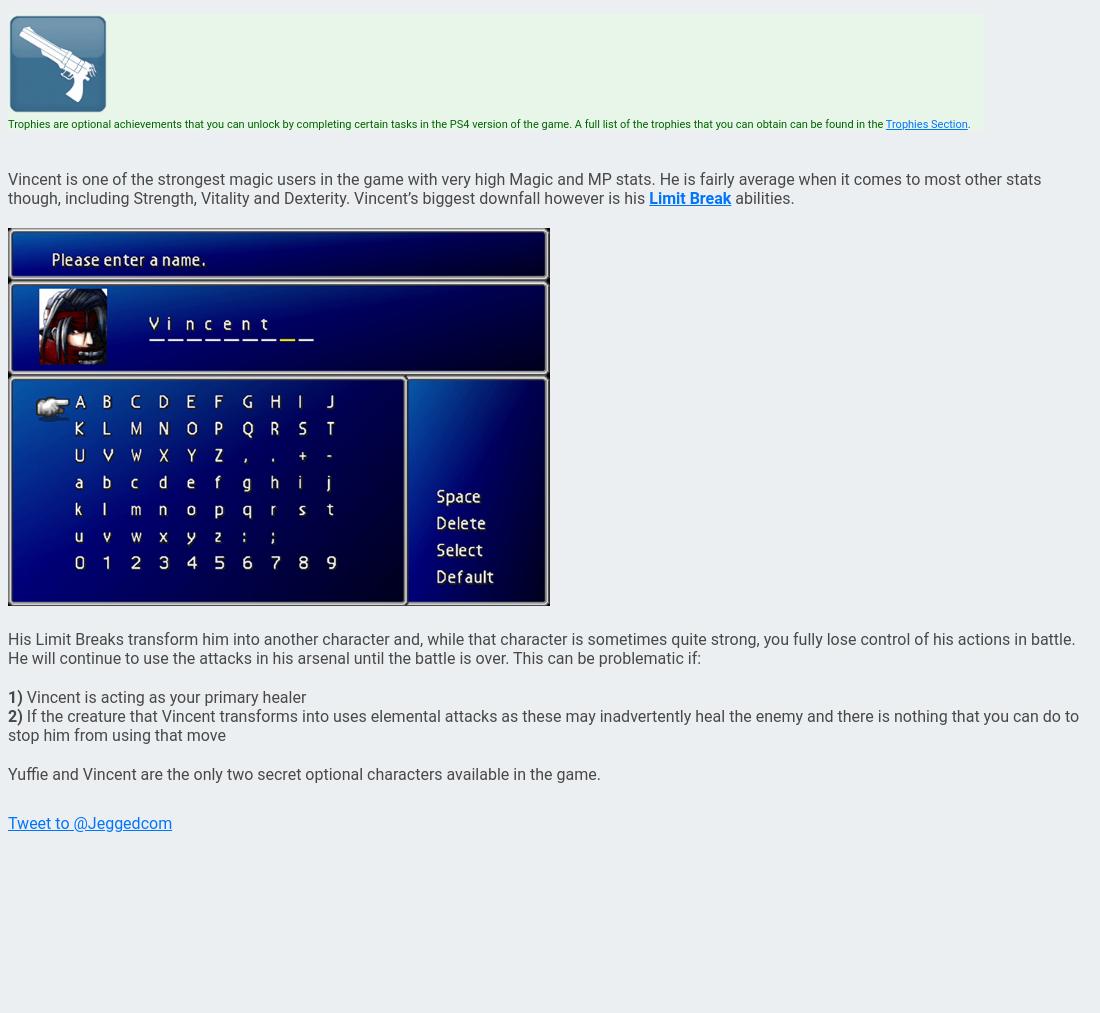  I want to click on 'Tweet to @Jeggedcom', so click(89, 822).